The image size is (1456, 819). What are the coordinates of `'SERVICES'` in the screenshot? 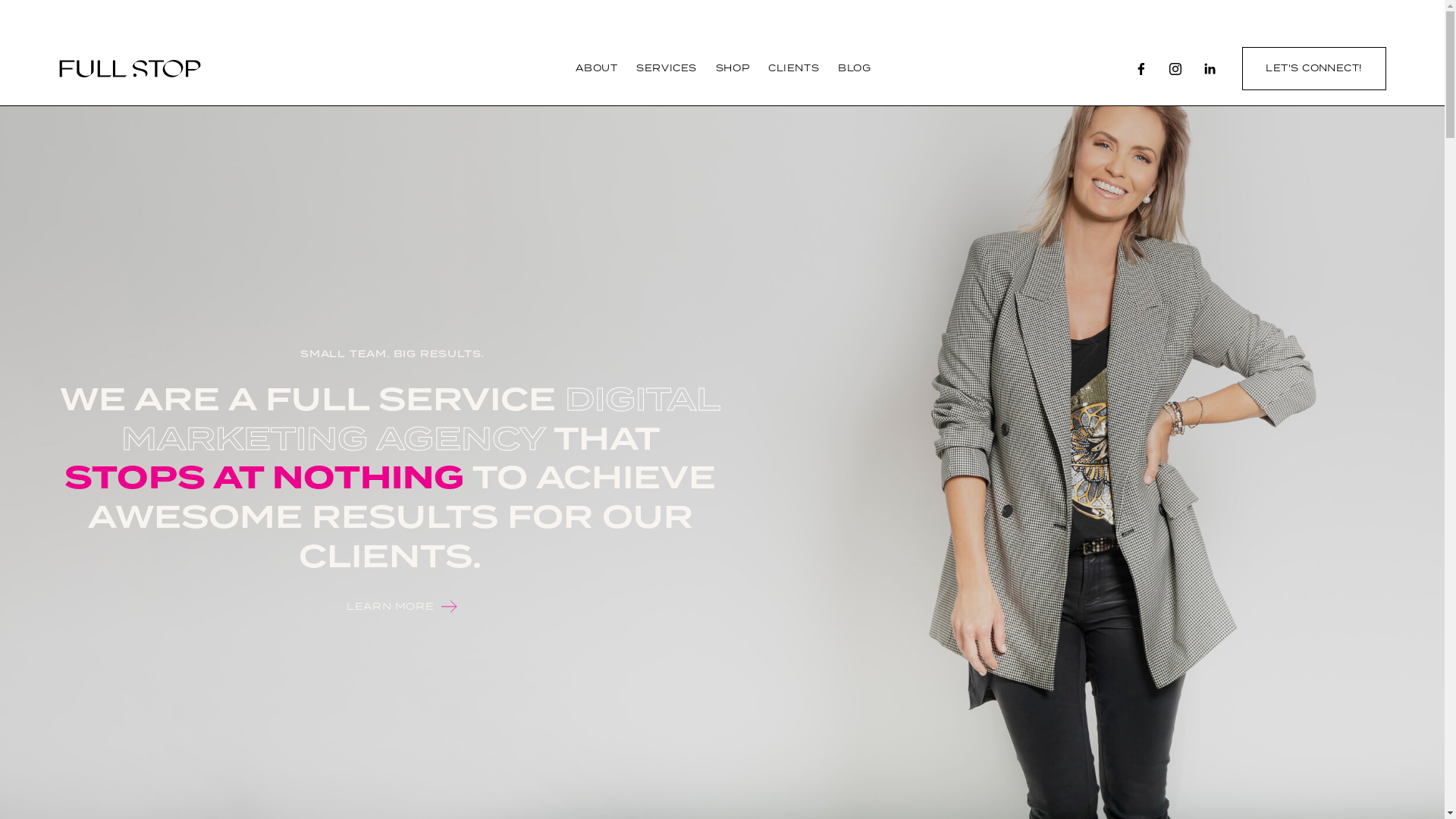 It's located at (666, 69).